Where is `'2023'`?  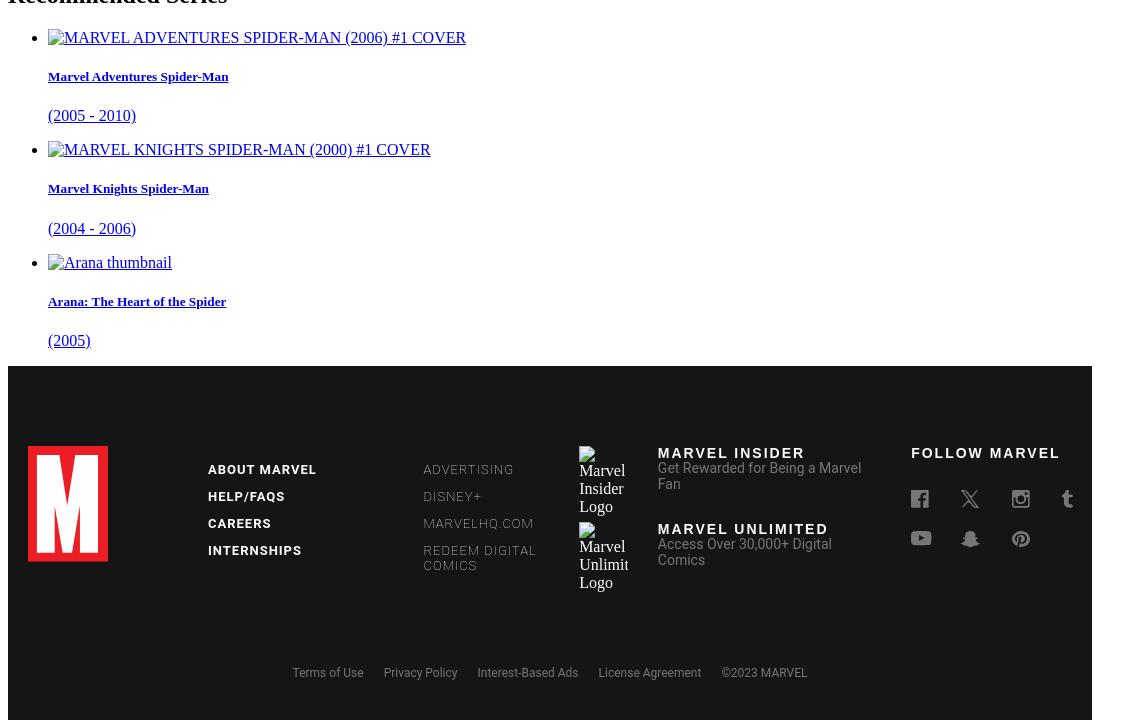
'2023' is located at coordinates (743, 672).